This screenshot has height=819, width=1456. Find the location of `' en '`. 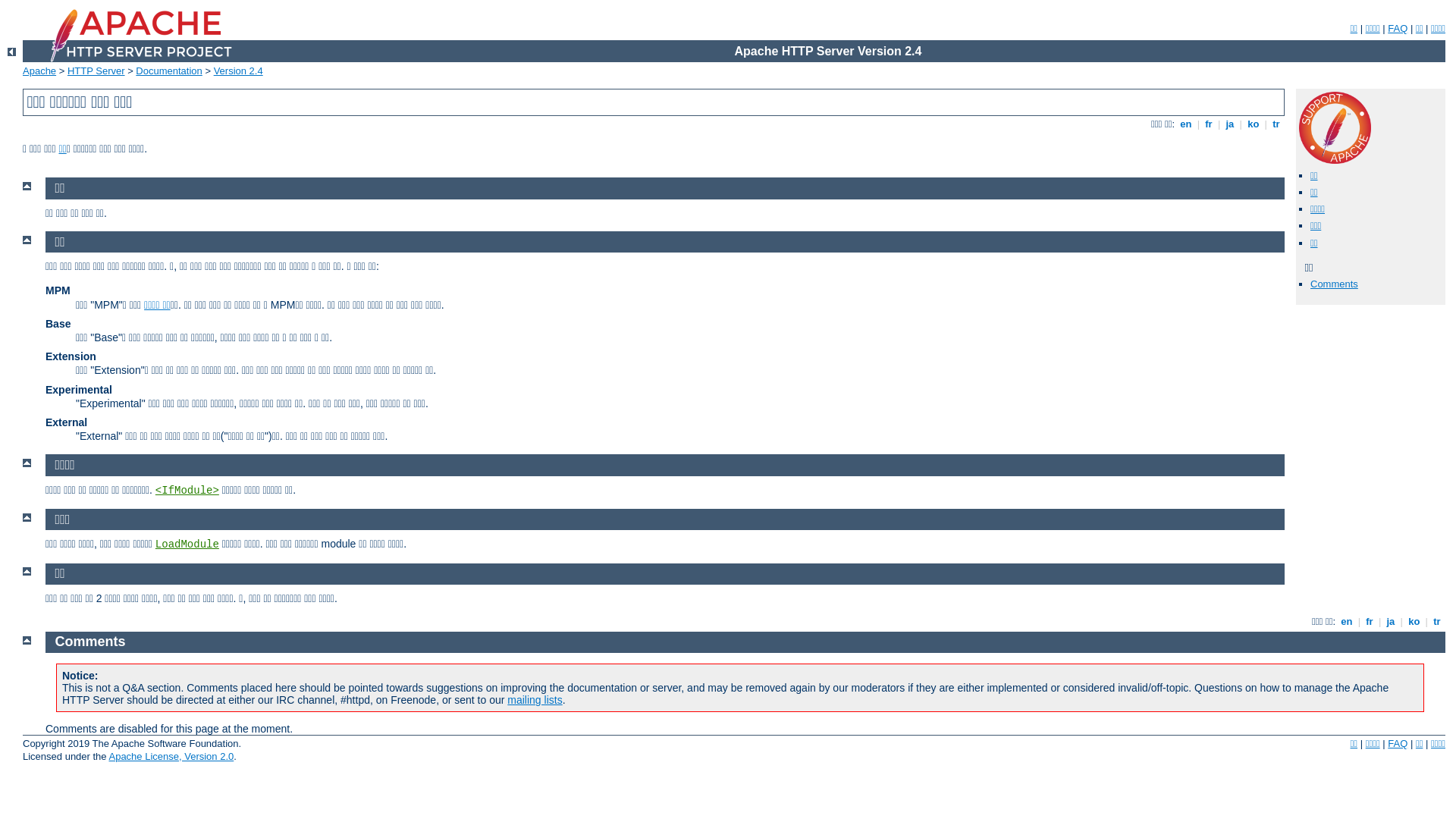

' en ' is located at coordinates (1185, 123).